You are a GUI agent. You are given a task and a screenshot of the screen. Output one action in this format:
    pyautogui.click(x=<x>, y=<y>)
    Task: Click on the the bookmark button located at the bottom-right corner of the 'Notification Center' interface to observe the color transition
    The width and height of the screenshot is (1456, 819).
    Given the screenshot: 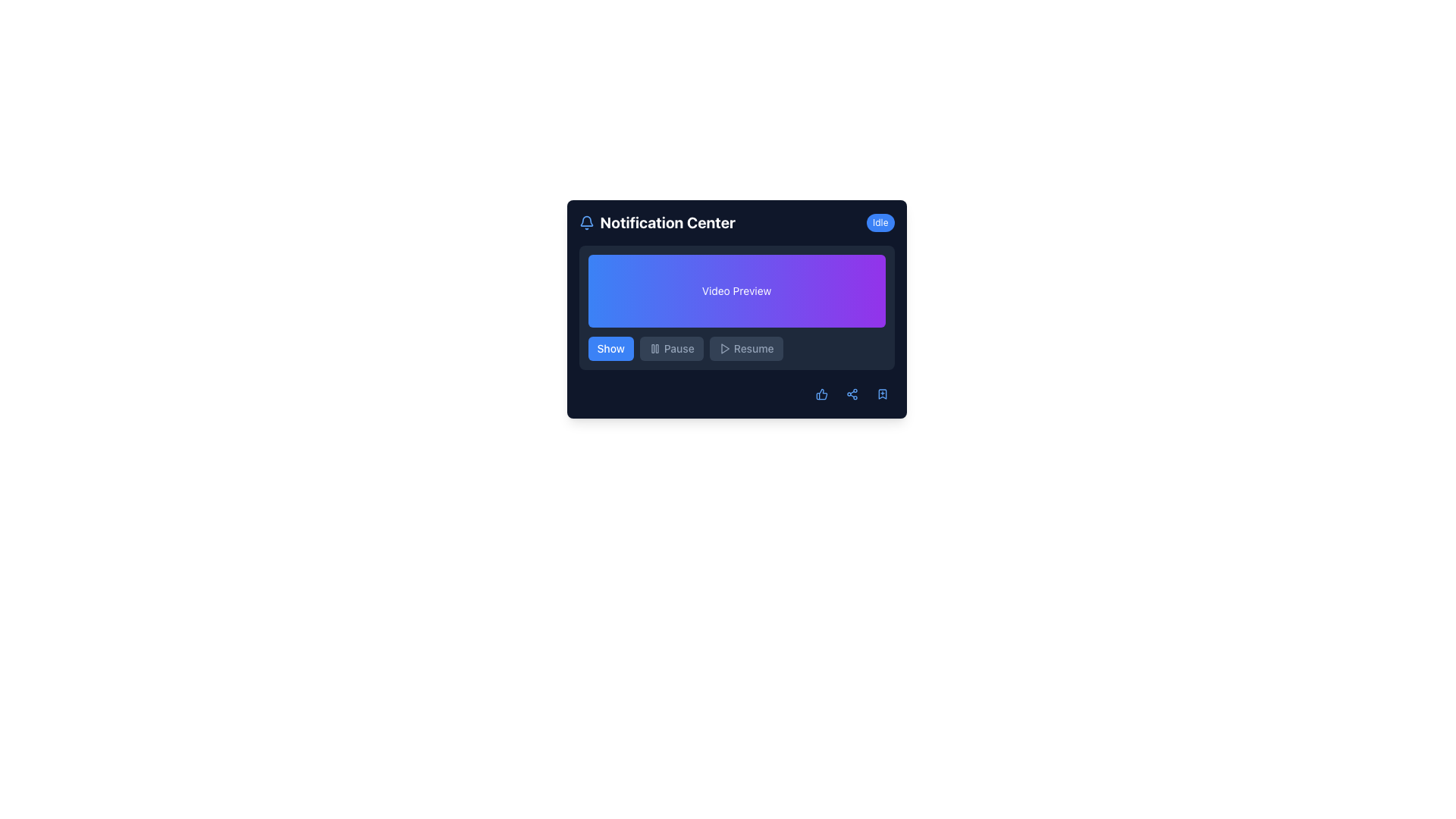 What is the action you would take?
    pyautogui.click(x=882, y=394)
    